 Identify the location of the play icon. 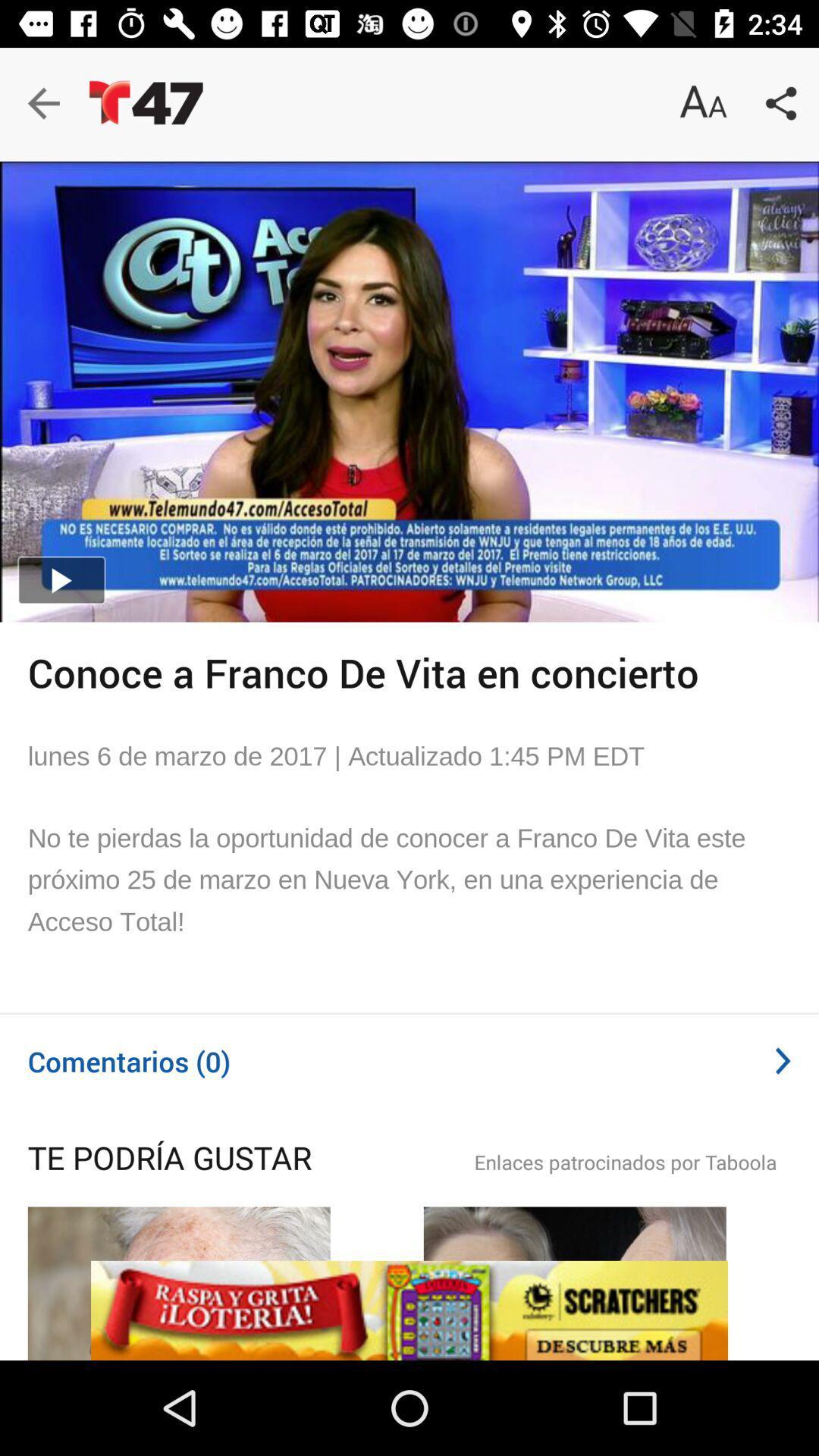
(61, 579).